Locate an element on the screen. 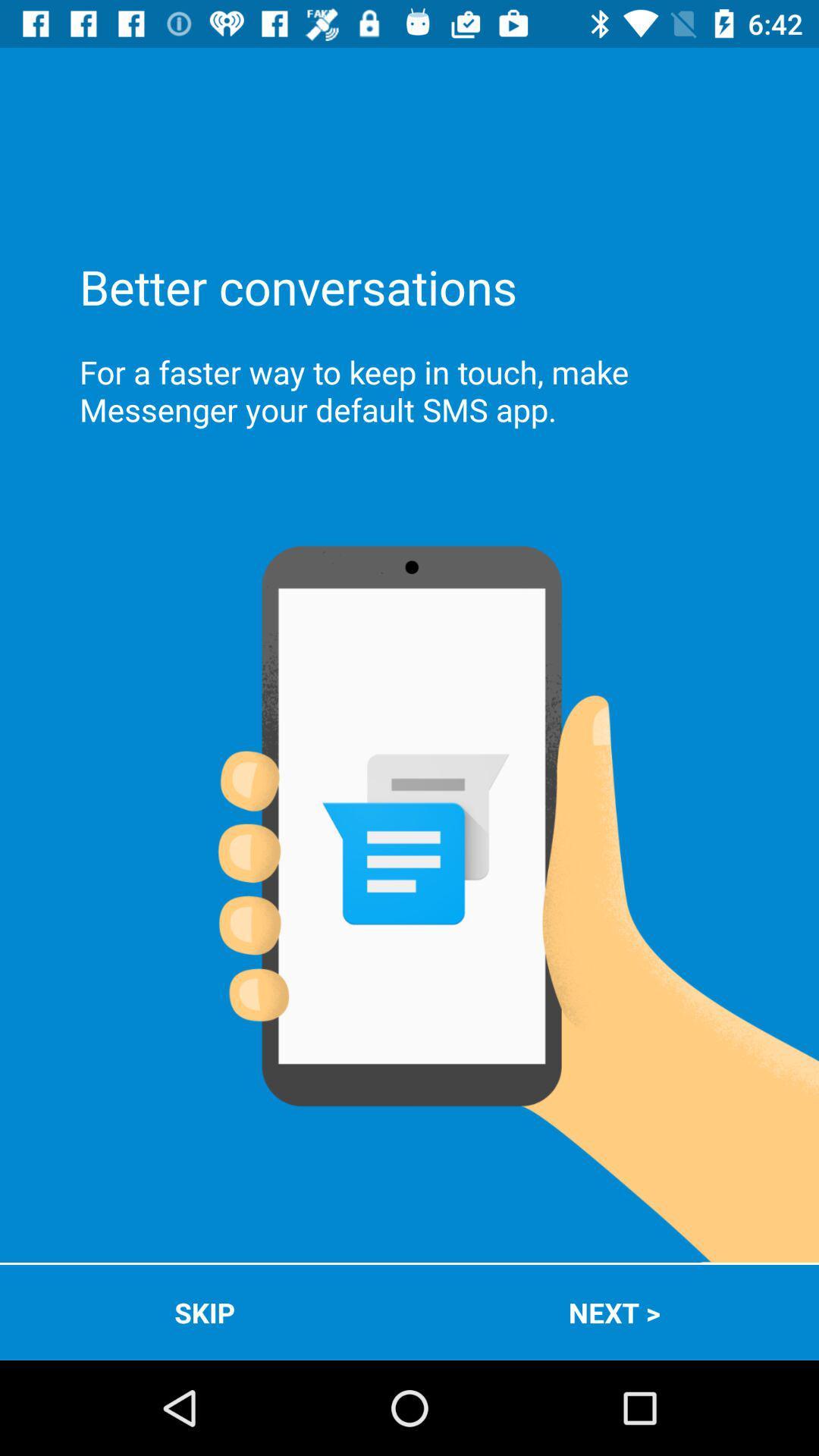 This screenshot has width=819, height=1456. the app at the bottom right corner is located at coordinates (614, 1312).